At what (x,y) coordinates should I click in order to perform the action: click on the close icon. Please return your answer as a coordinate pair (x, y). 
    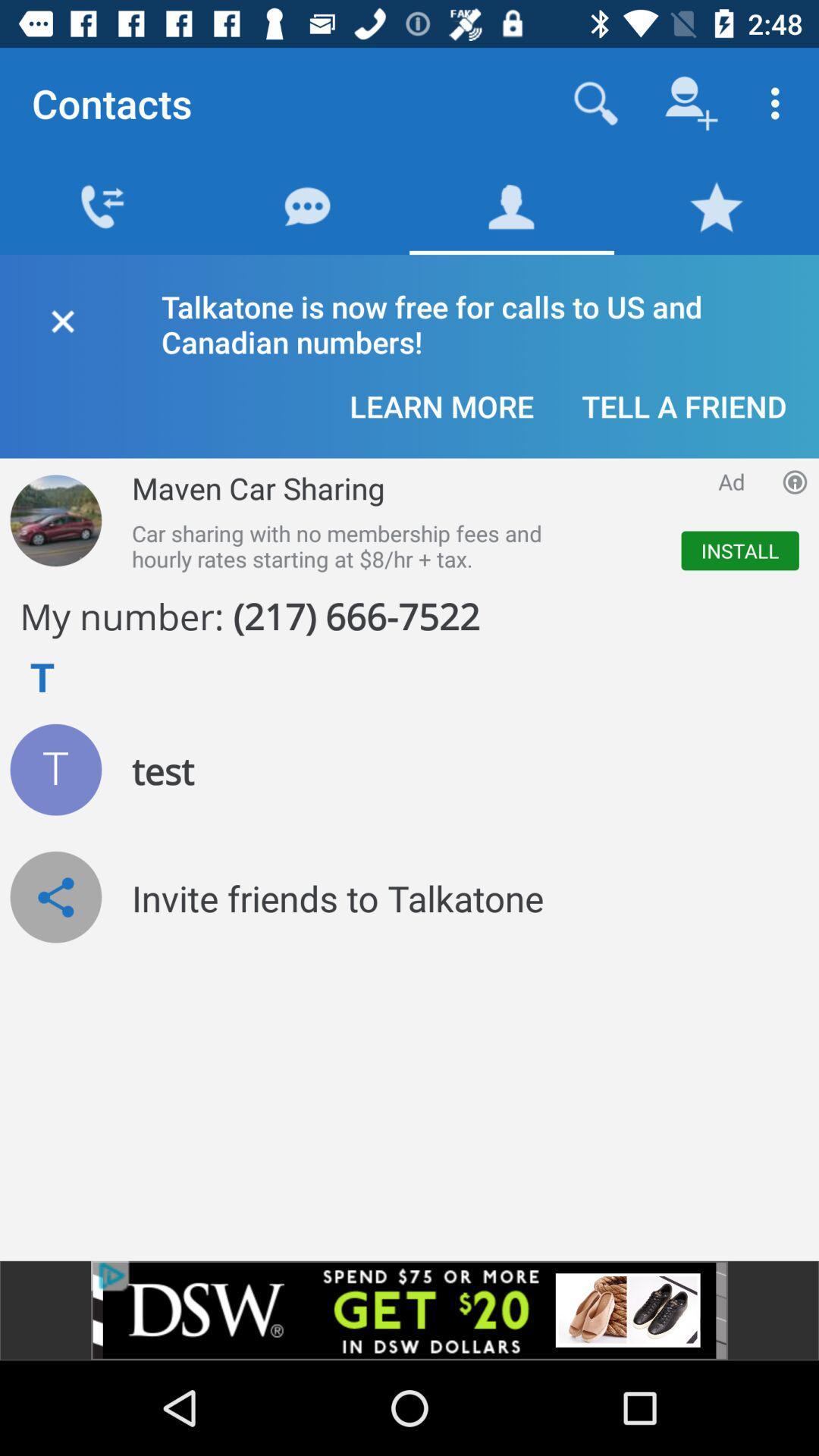
    Looking at the image, I should click on (61, 318).